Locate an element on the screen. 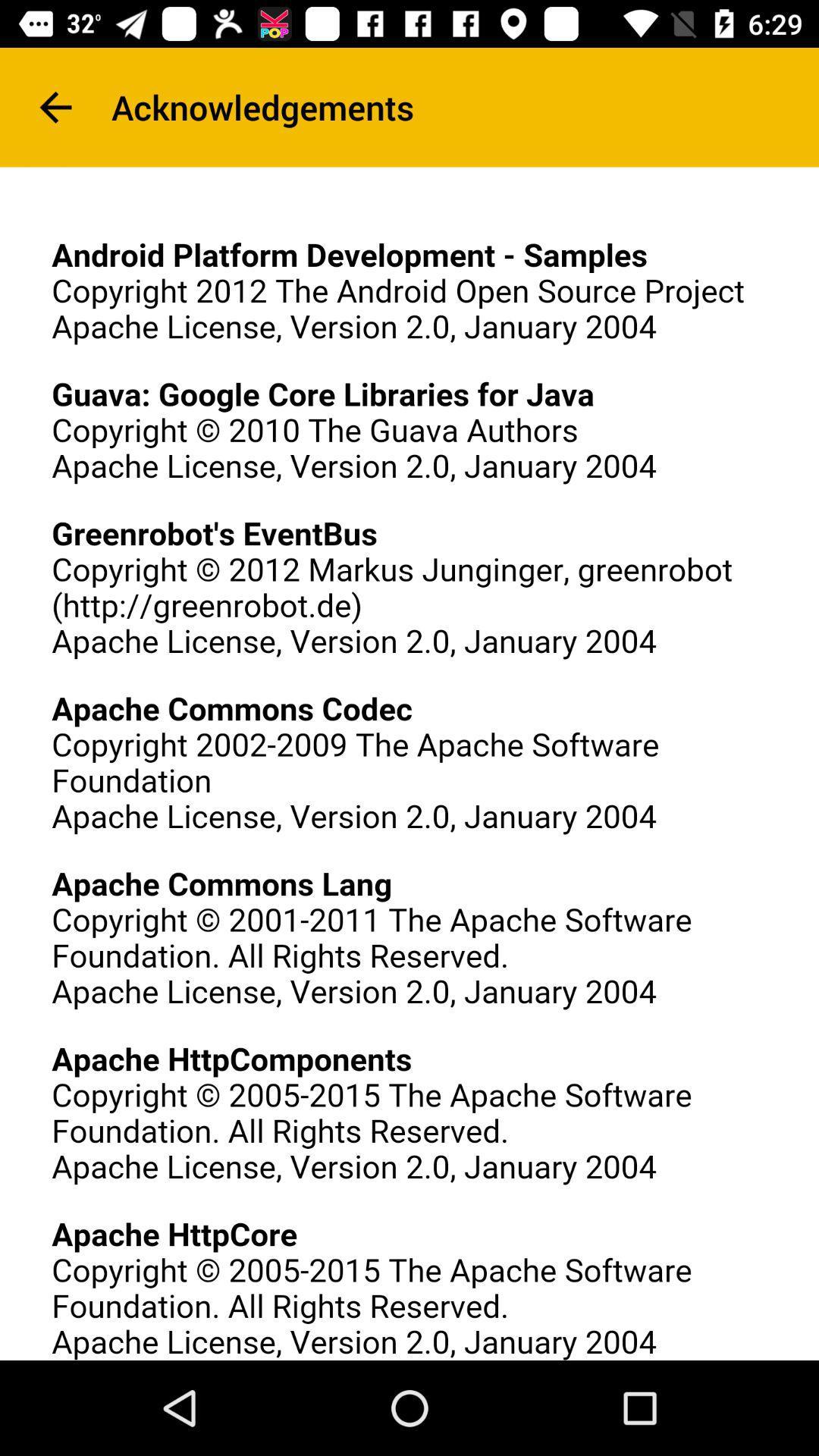  item next to acknowledgements item is located at coordinates (55, 106).